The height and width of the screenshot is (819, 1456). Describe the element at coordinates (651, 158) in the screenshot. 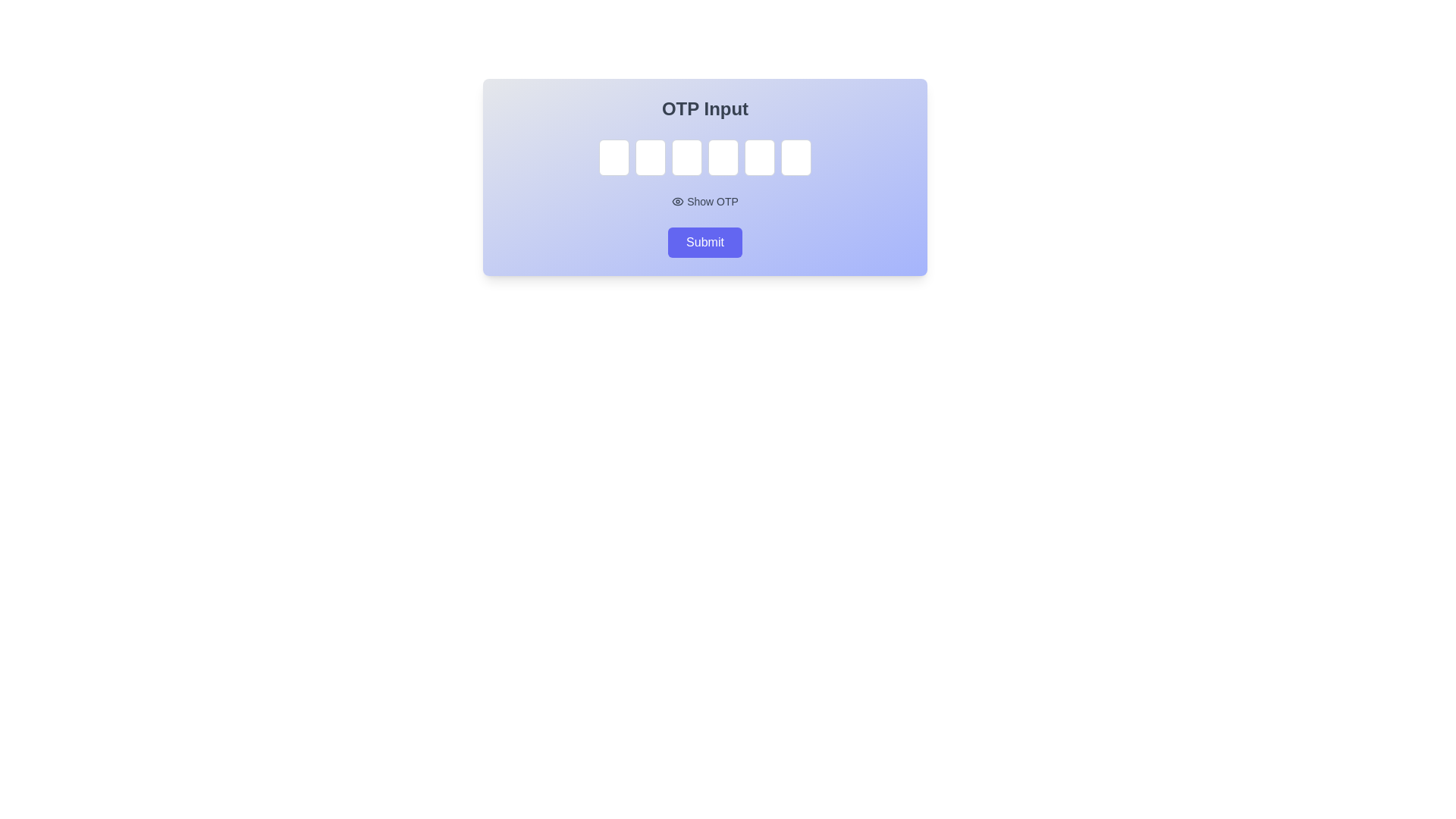

I see `the second input box of the OTP input sequence` at that location.